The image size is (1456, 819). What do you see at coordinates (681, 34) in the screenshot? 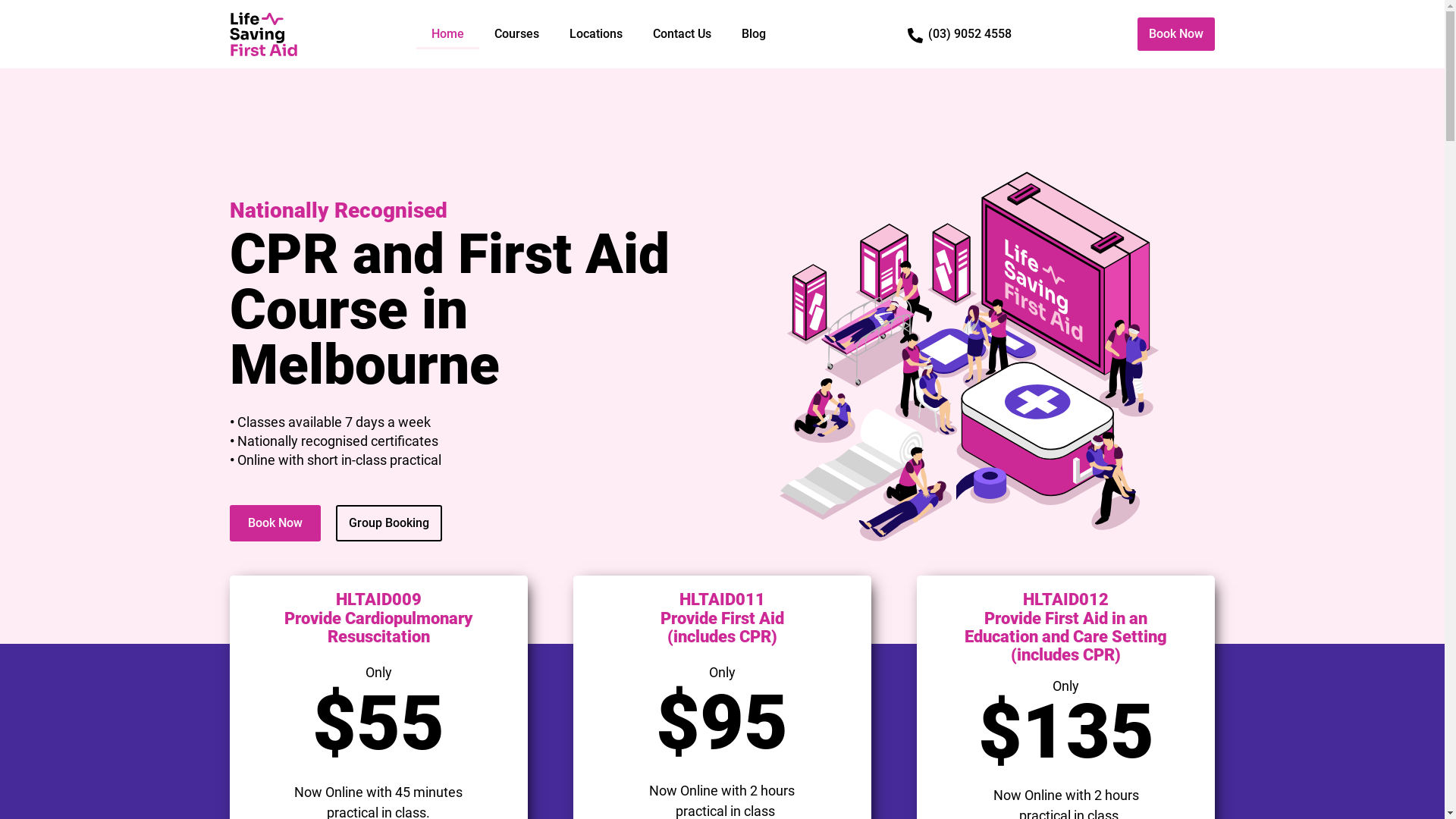
I see `'Contact Us'` at bounding box center [681, 34].